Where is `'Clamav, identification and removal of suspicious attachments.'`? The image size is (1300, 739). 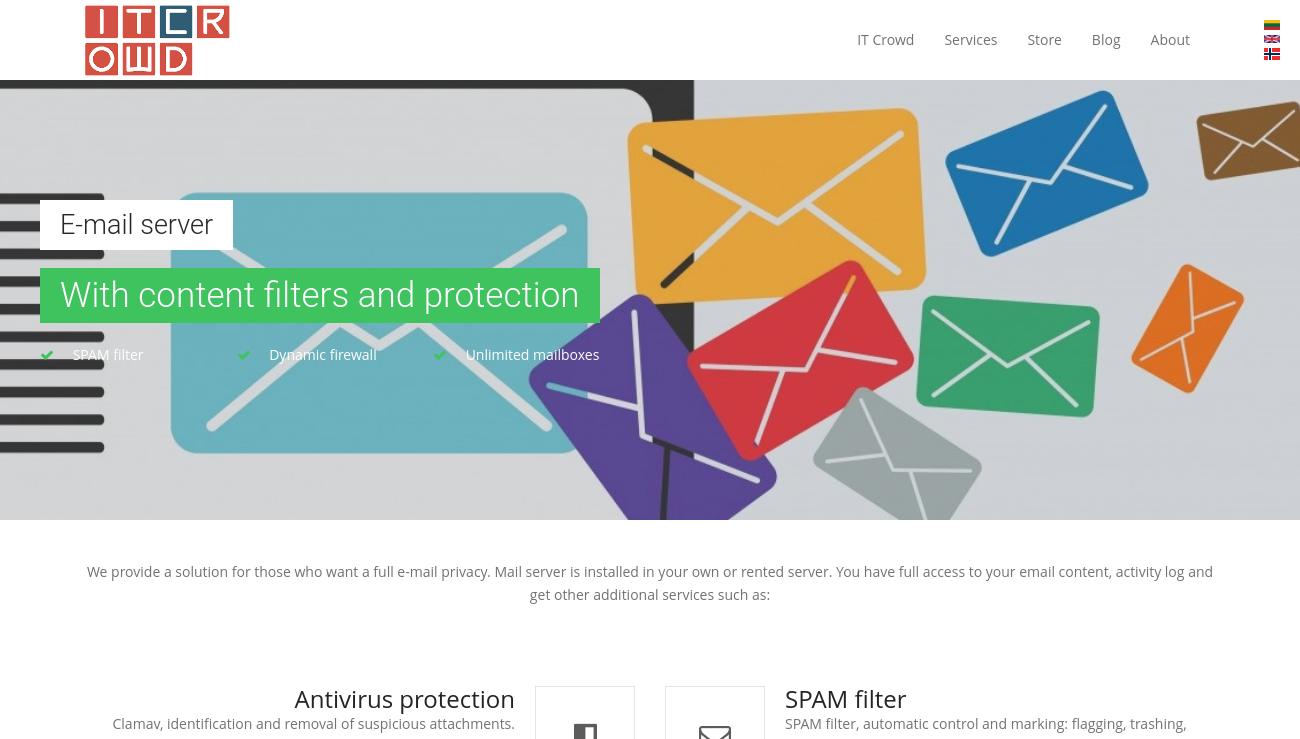
'Clamav, identification and removal of suspicious attachments.' is located at coordinates (313, 723).